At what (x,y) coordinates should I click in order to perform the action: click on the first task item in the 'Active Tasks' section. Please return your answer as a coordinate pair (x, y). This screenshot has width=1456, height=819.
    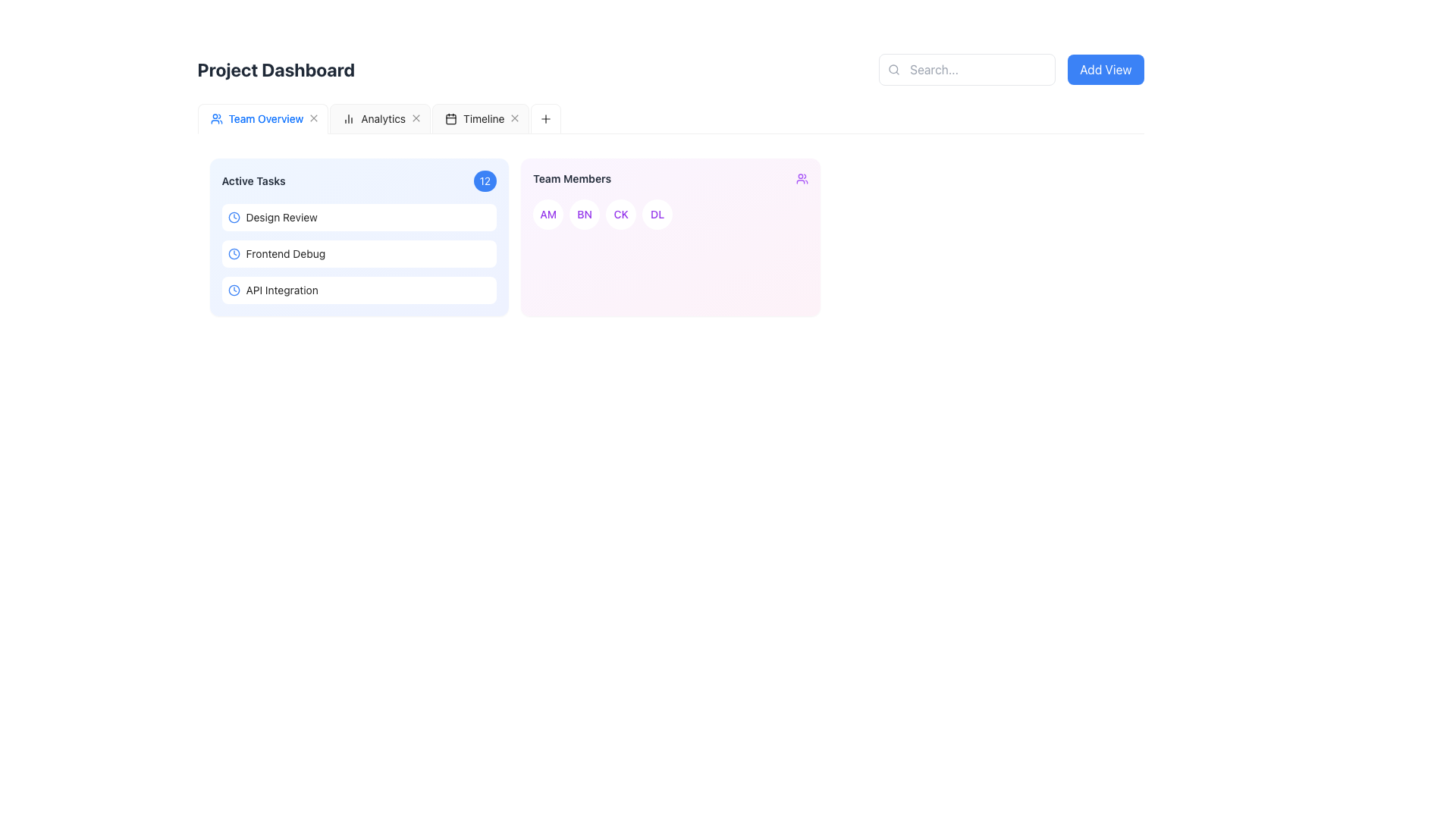
    Looking at the image, I should click on (358, 217).